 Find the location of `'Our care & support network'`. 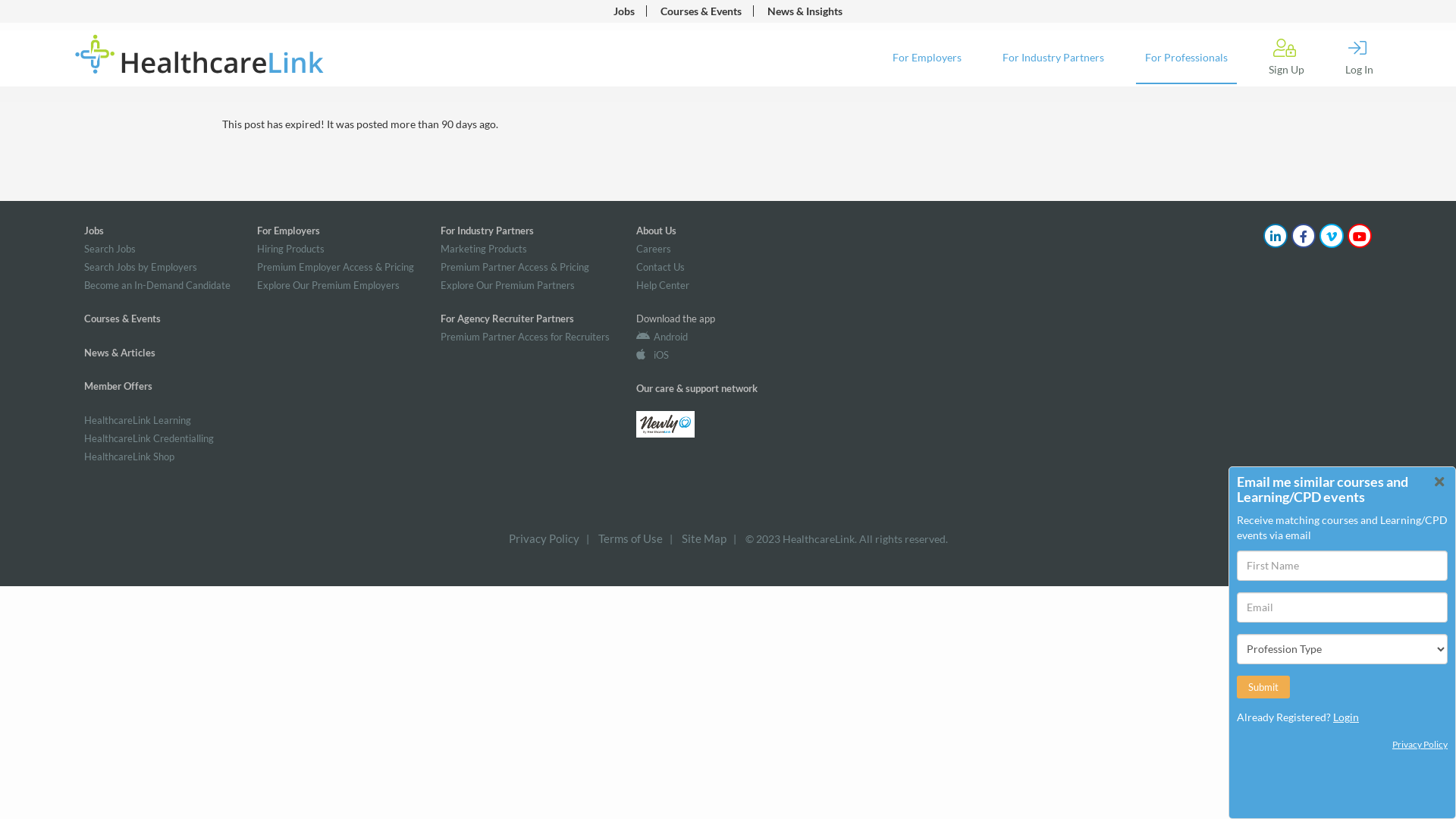

'Our care & support network' is located at coordinates (695, 388).